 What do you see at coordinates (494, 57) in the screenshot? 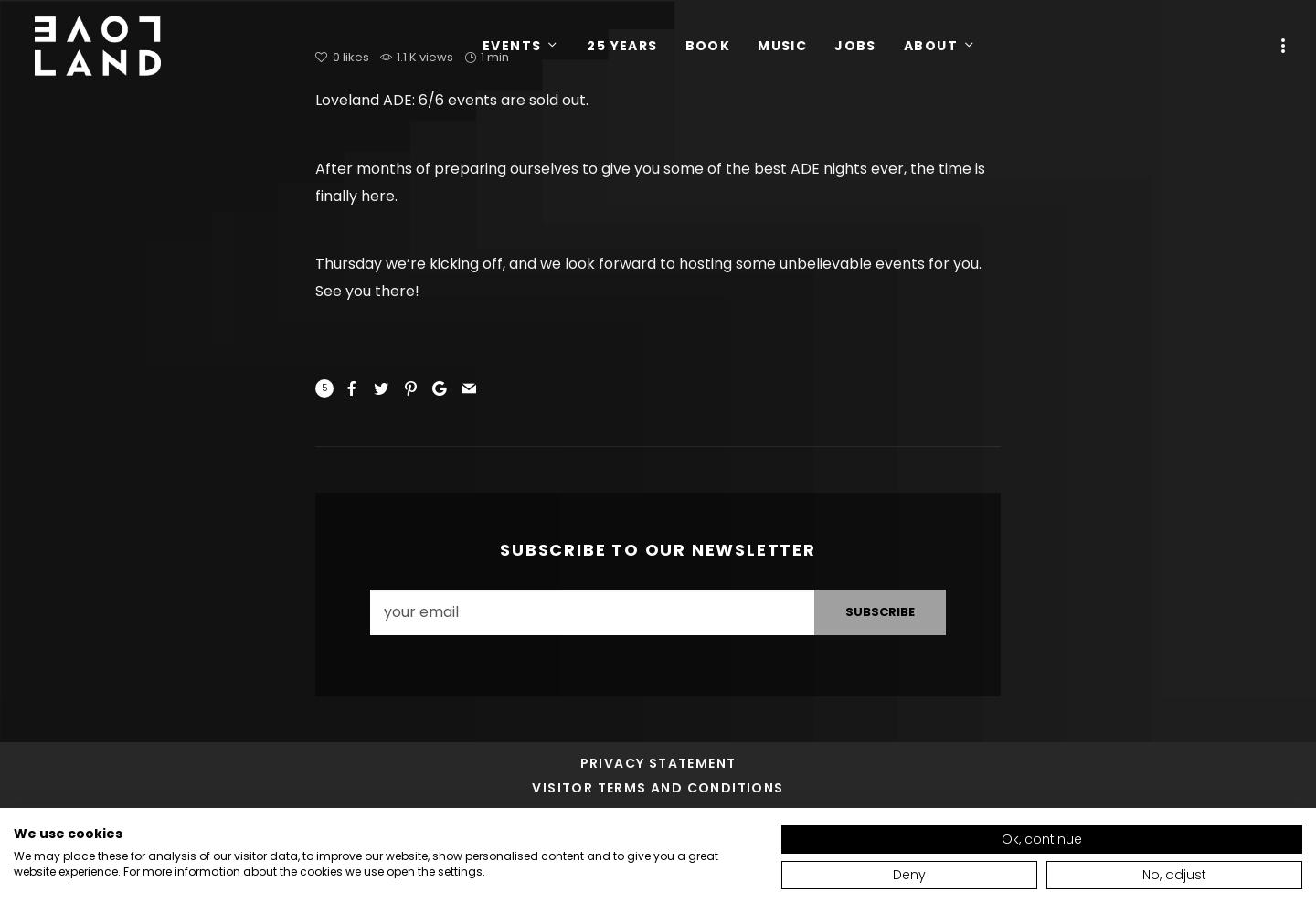
I see `'1 min'` at bounding box center [494, 57].